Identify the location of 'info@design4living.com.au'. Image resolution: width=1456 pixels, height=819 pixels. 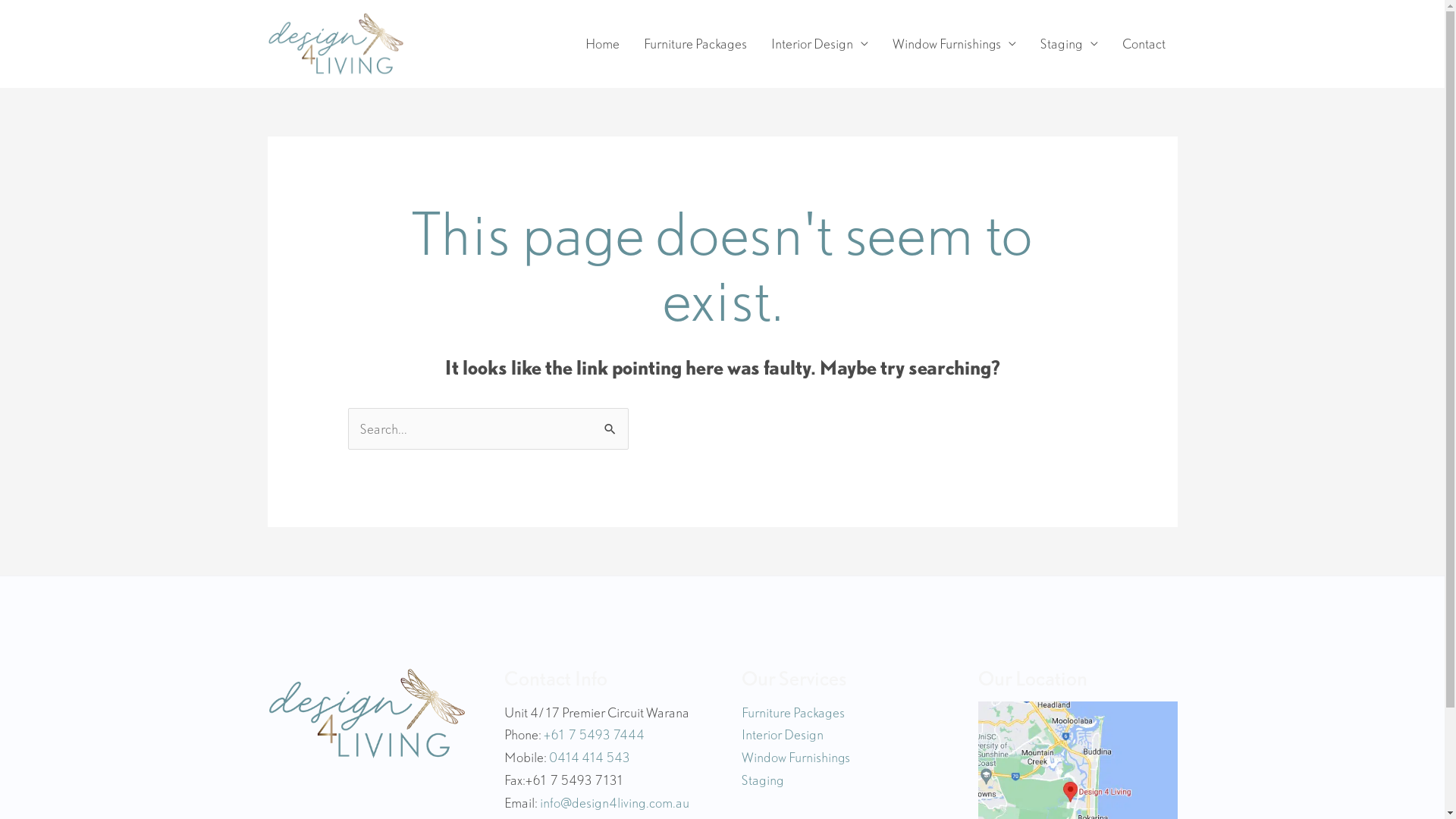
(614, 802).